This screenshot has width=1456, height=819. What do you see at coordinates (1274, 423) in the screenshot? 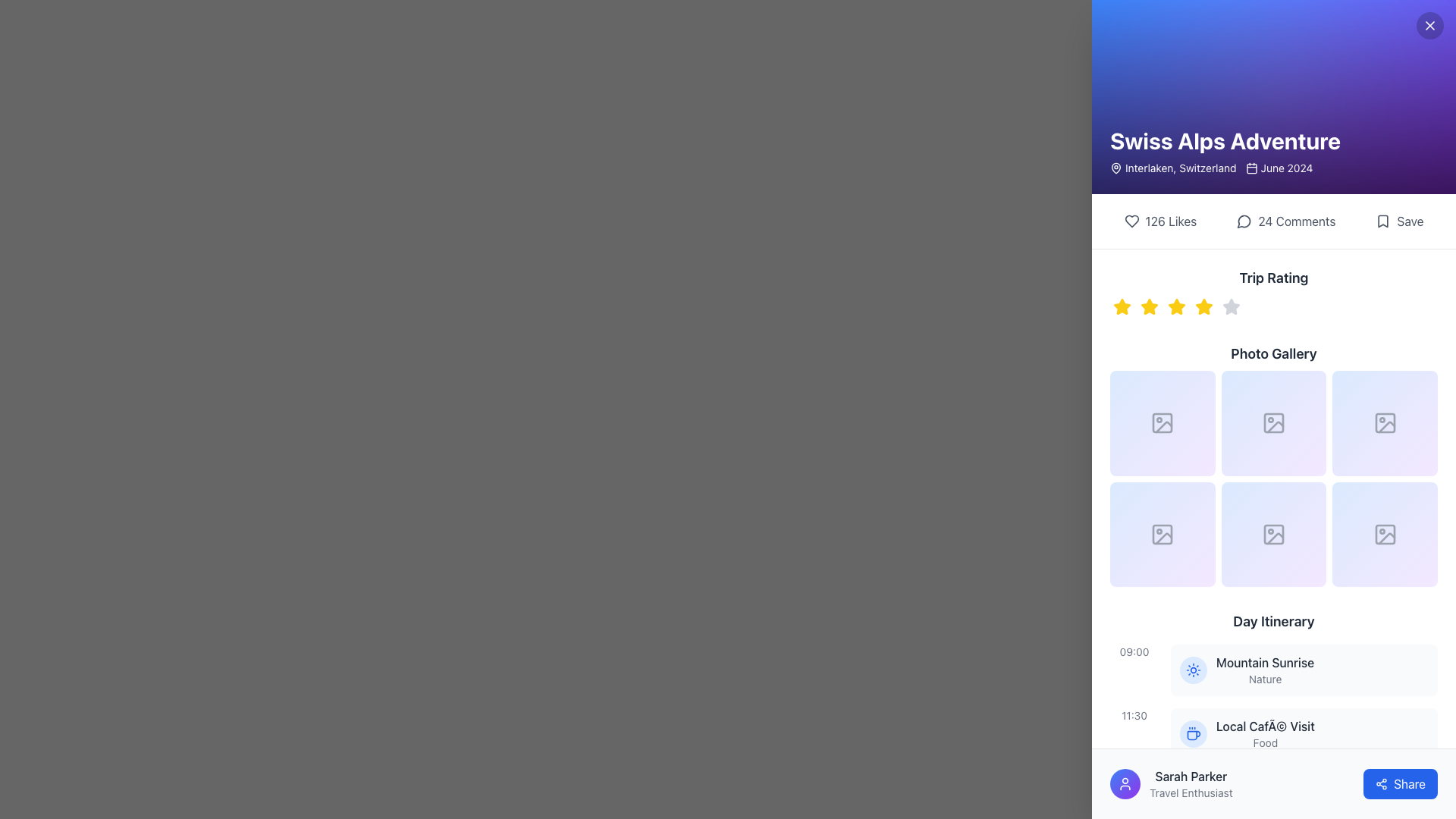
I see `the SVG element representing an image icon placeholder located in the second row and second column of the 'Photo Gallery' section` at bounding box center [1274, 423].